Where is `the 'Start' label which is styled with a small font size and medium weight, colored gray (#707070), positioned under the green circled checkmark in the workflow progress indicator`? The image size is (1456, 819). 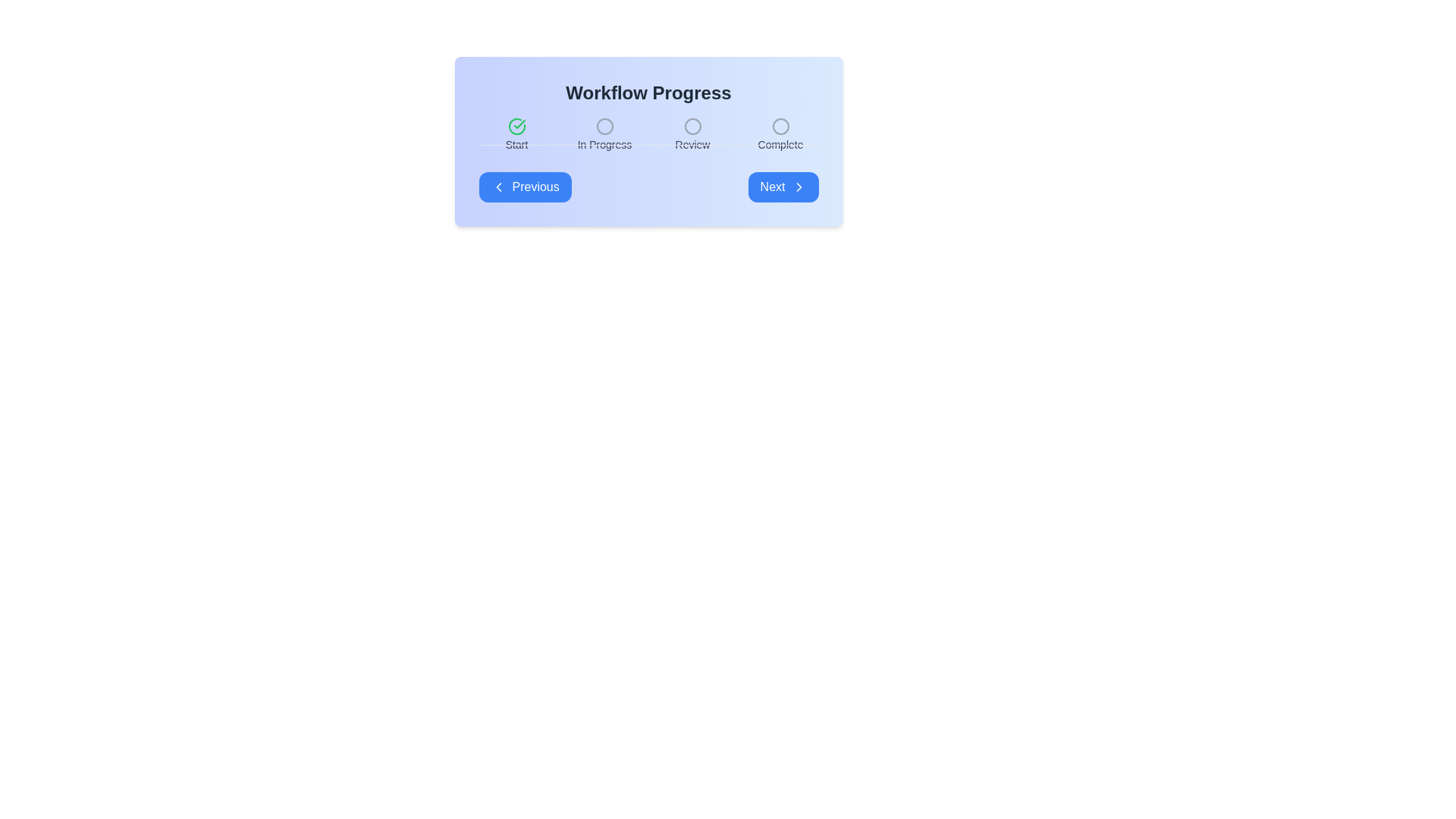
the 'Start' label which is styled with a small font size and medium weight, colored gray (#707070), positioned under the green circled checkmark in the workflow progress indicator is located at coordinates (516, 145).